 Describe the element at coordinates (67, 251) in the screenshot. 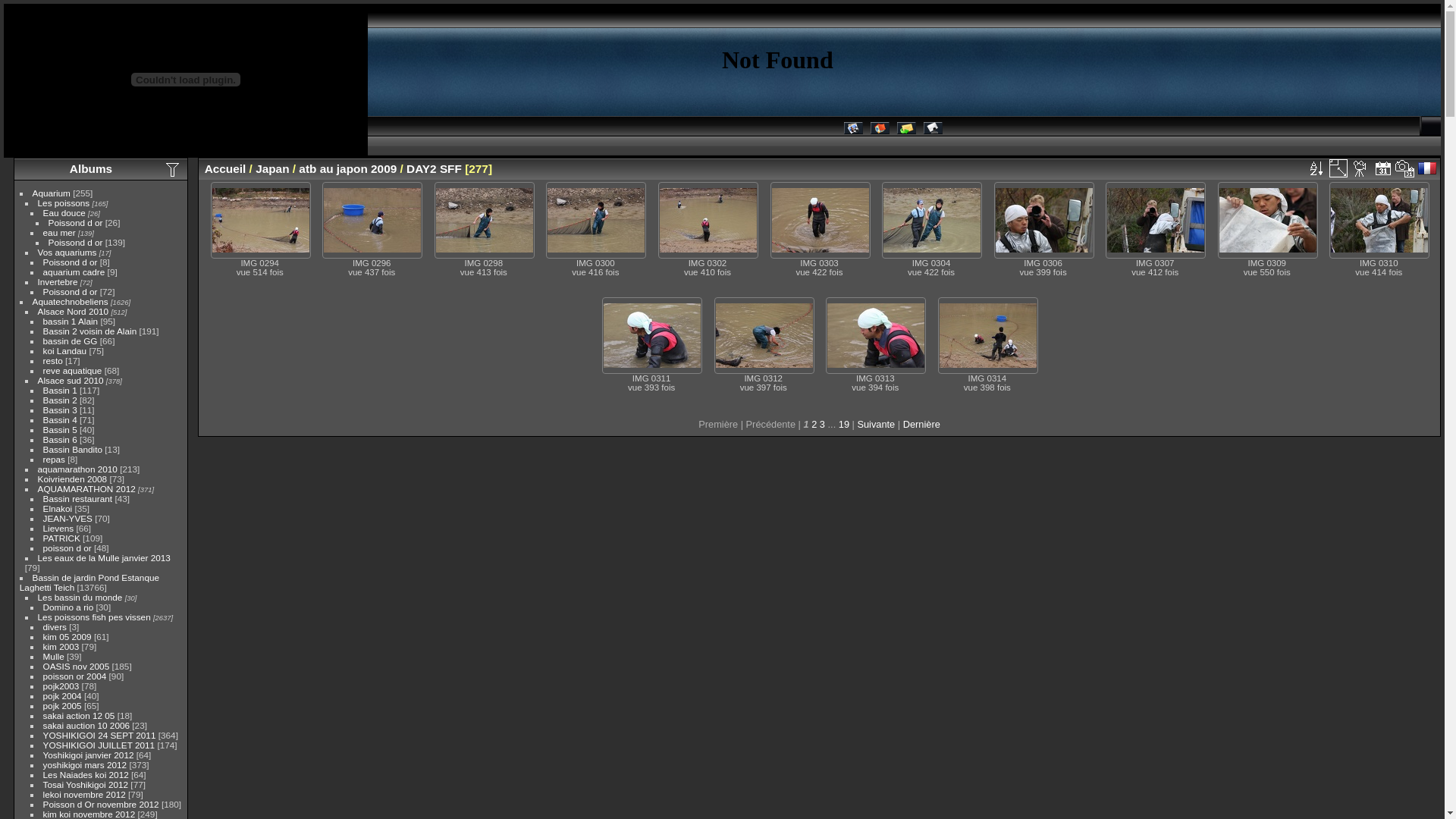

I see `'Vos aquariums'` at that location.